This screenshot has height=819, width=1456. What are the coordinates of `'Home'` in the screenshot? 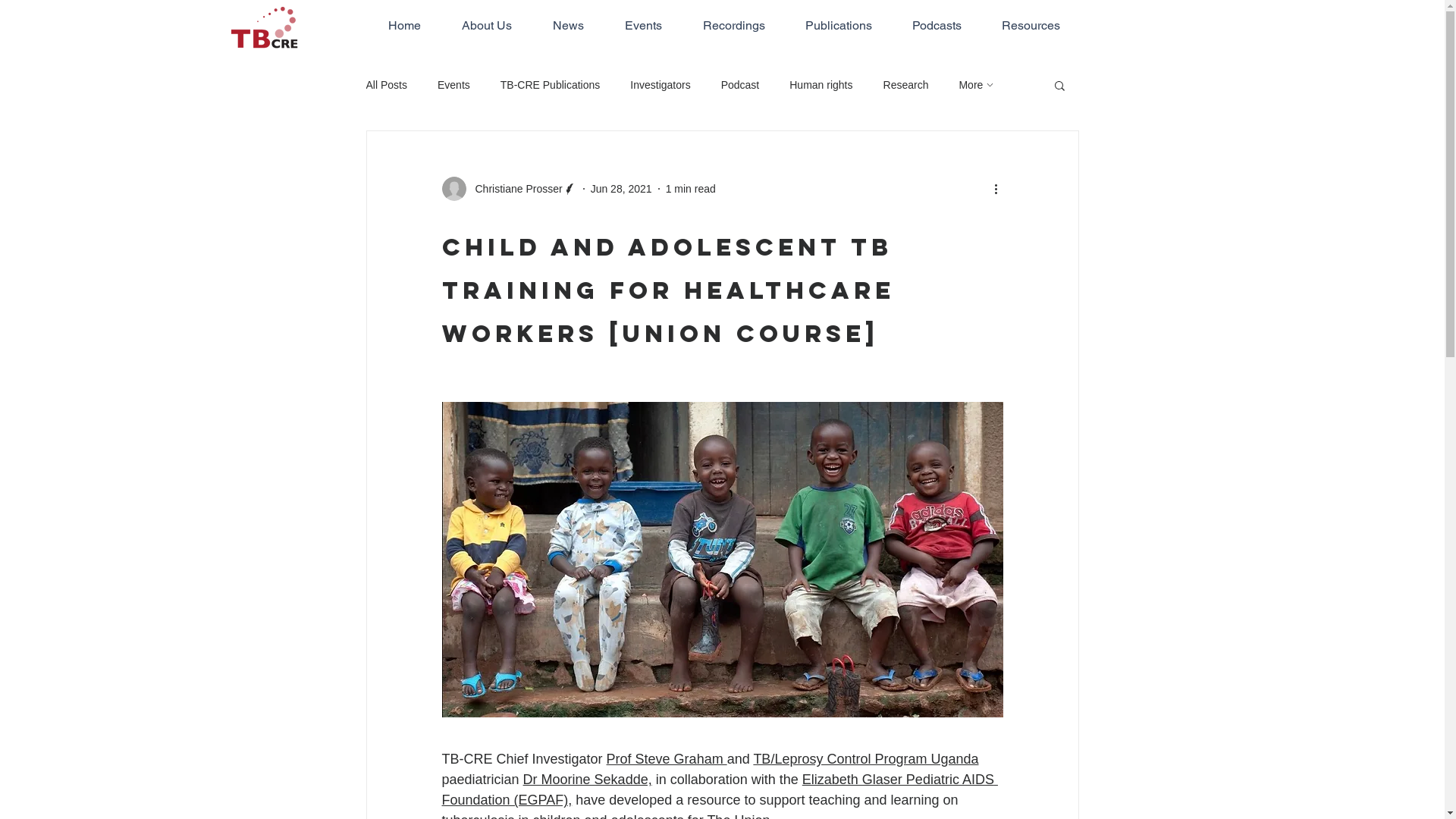 It's located at (404, 25).